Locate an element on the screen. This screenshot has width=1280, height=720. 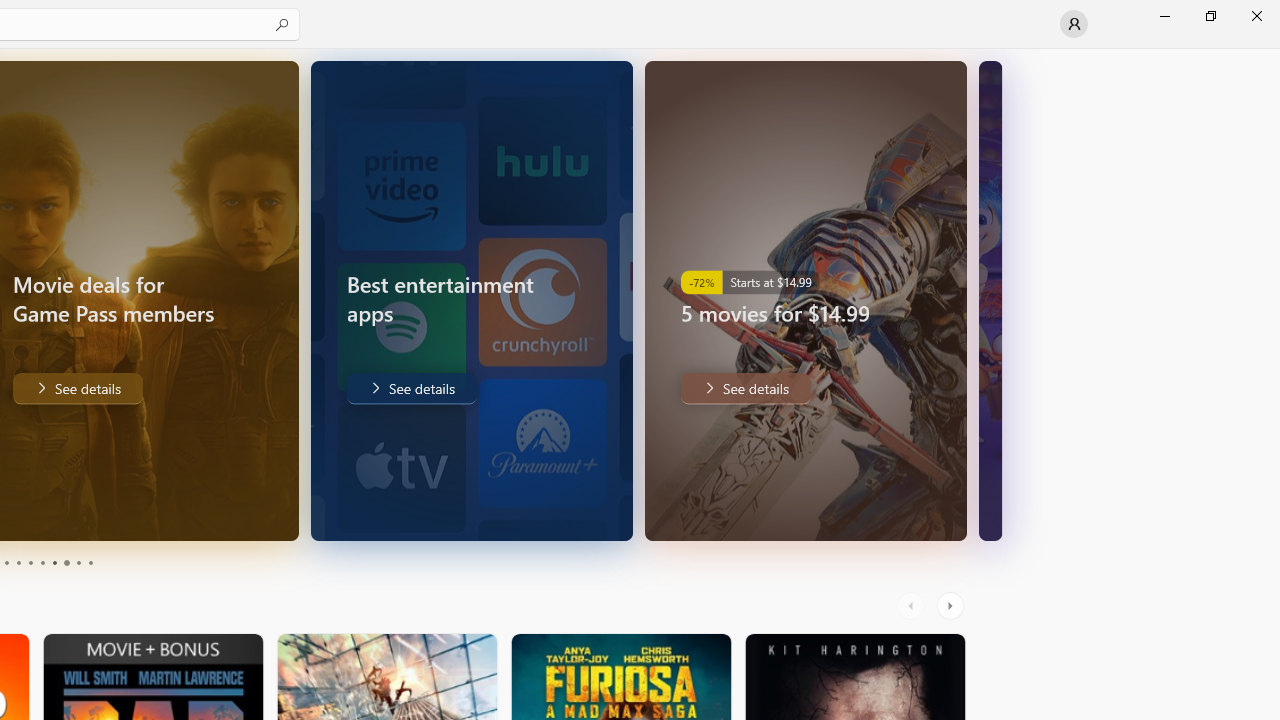
'AutomationID: RightScrollButton' is located at coordinates (951, 605).